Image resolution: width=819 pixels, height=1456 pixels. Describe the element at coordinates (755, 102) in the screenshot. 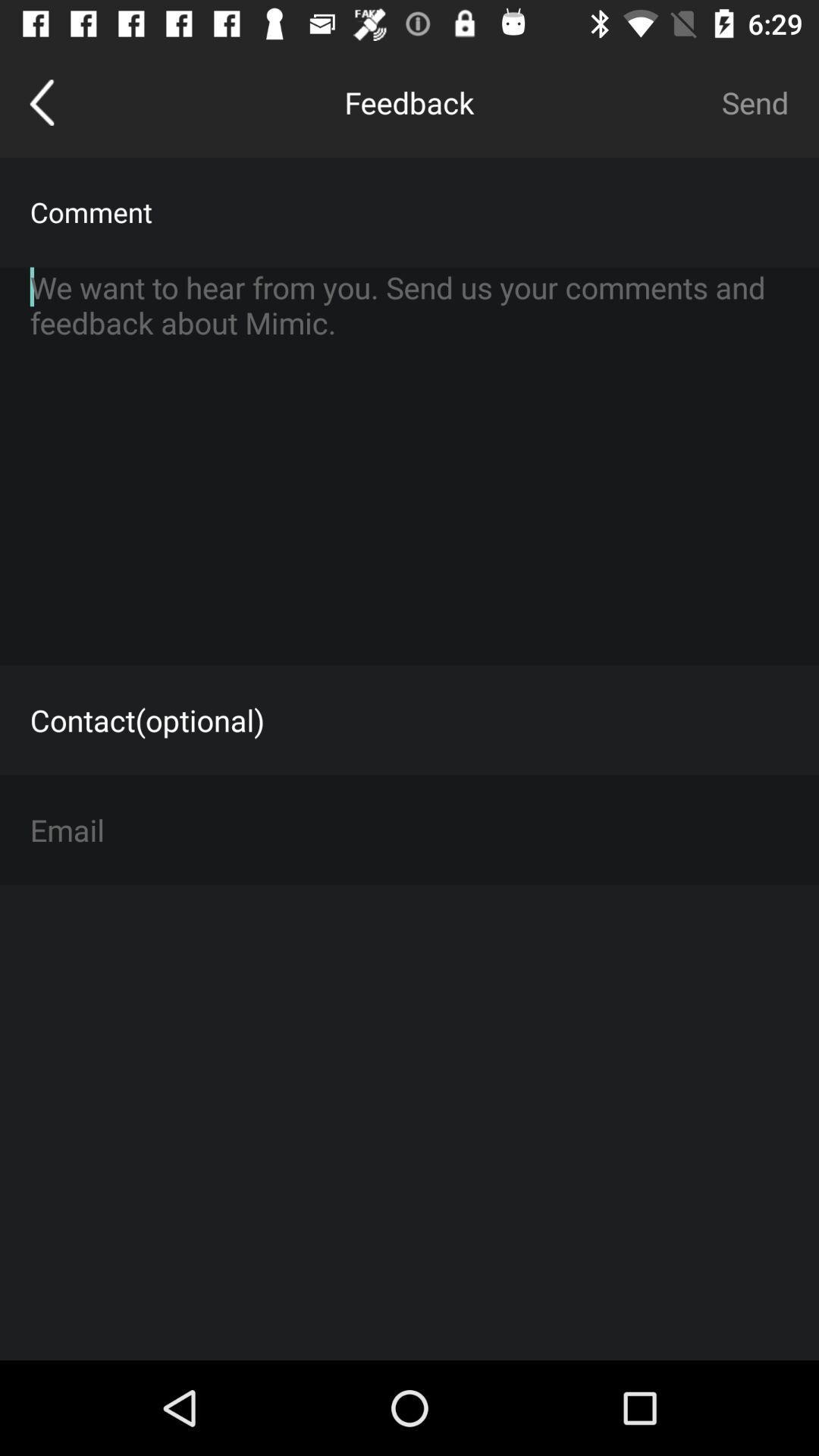

I see `the send at the top right corner` at that location.